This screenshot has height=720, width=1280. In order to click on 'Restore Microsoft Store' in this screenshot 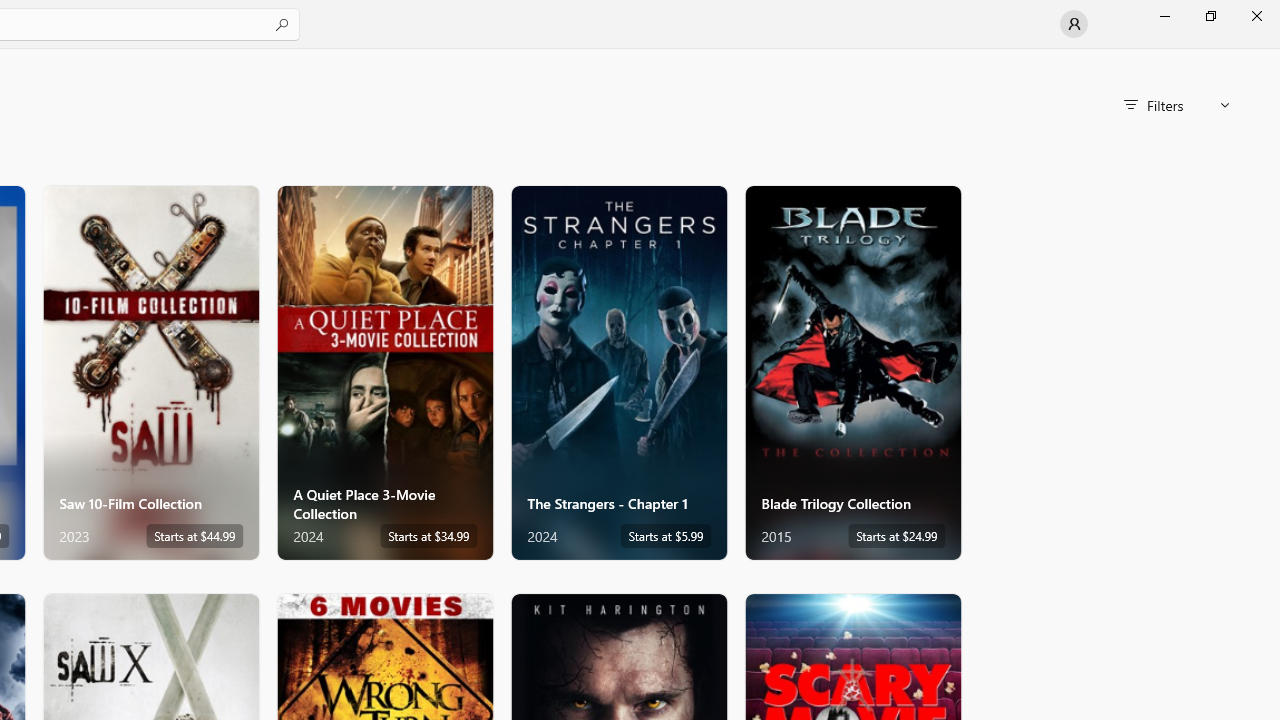, I will do `click(1209, 15)`.